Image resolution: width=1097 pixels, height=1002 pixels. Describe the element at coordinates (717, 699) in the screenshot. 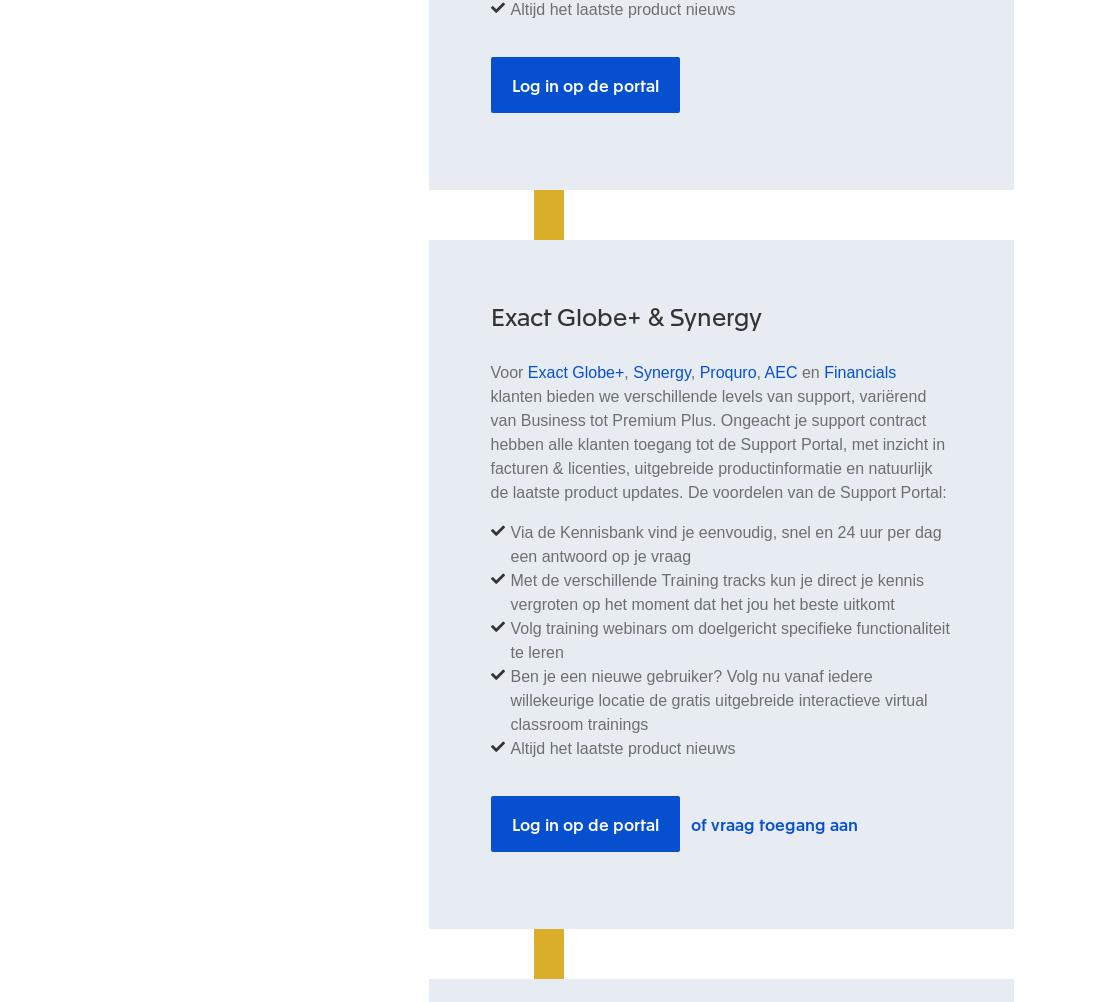

I see `'Ben je een nieuwe gebruiker? Volg nu vanaf iedere willekeurige locatie de gratis uitgebreide interactieve virtual classroom trainings'` at that location.